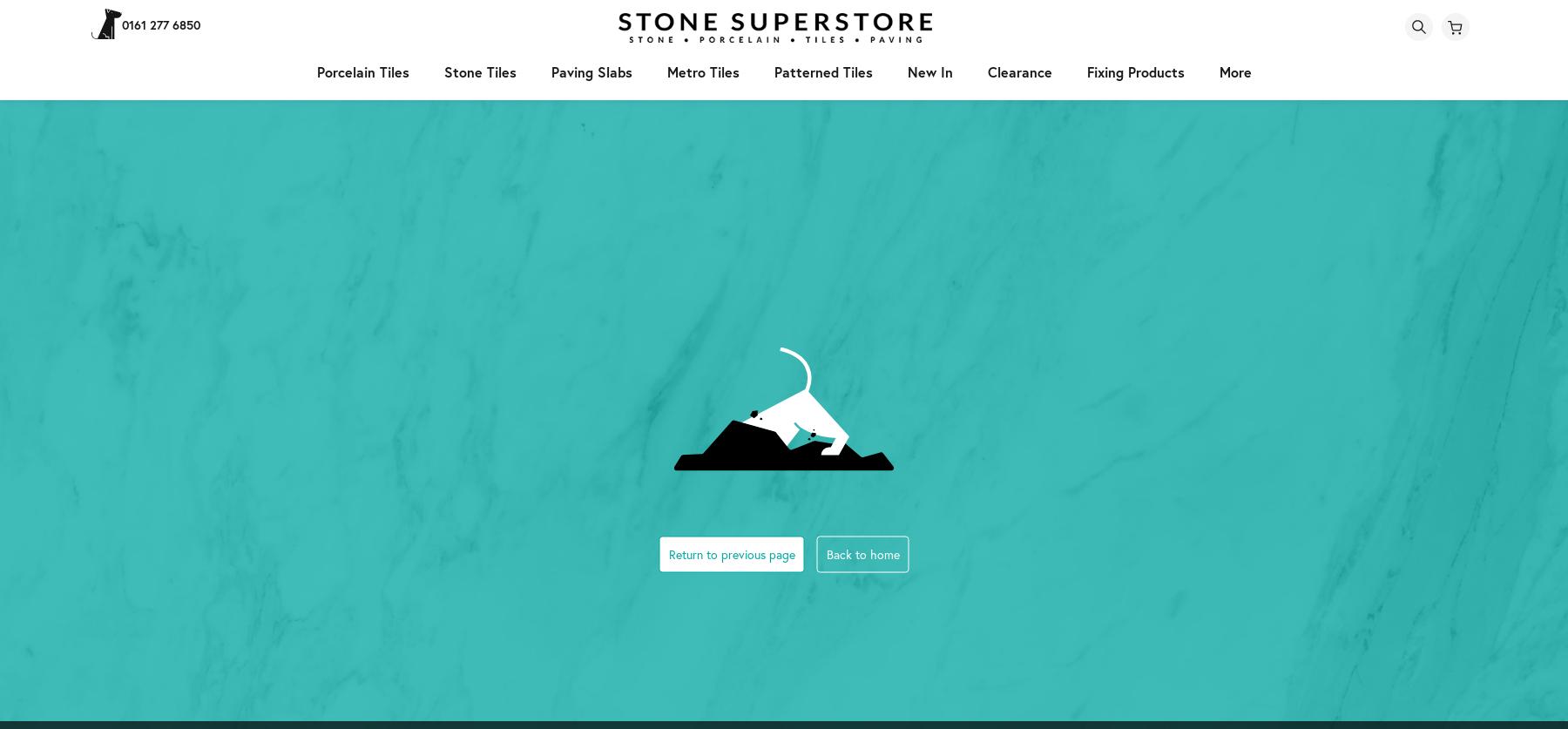  What do you see at coordinates (731, 553) in the screenshot?
I see `'Return to previous page'` at bounding box center [731, 553].